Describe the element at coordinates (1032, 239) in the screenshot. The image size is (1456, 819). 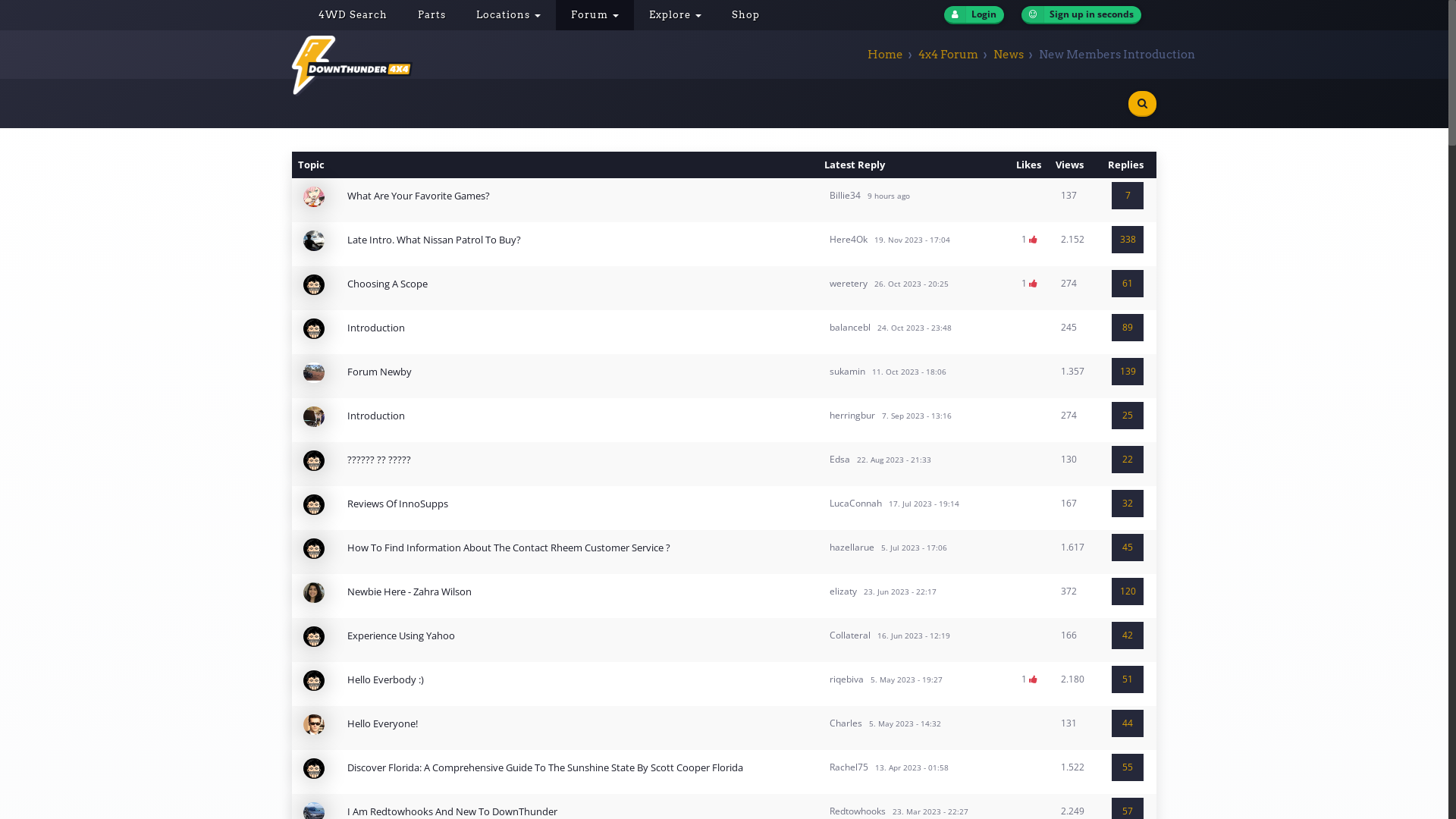
I see `'Likes'` at that location.